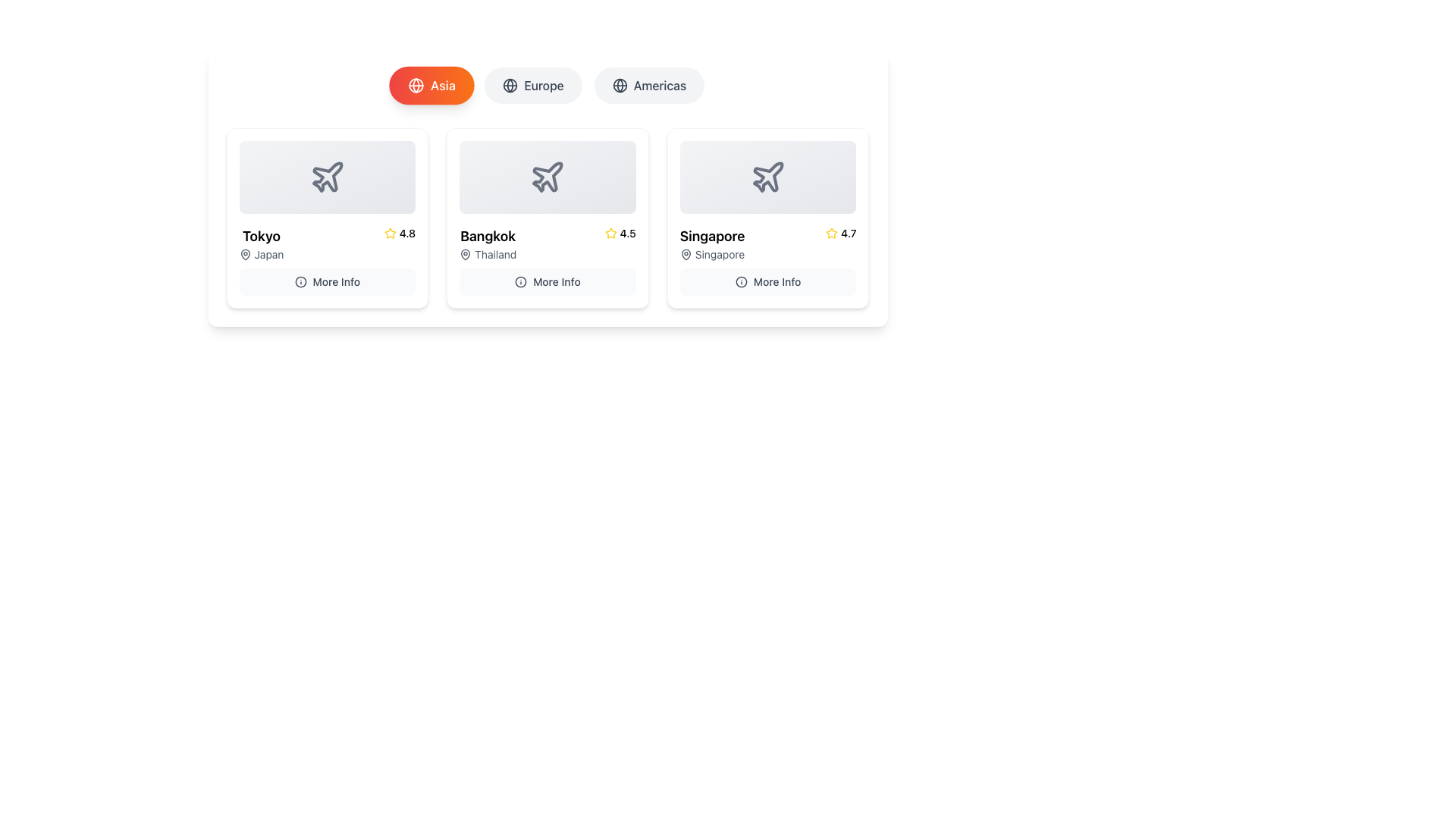 This screenshot has height=819, width=1456. I want to click on the travel icon located in the upper part of the Singapore card, which is the third card from the left in the row, so click(768, 176).